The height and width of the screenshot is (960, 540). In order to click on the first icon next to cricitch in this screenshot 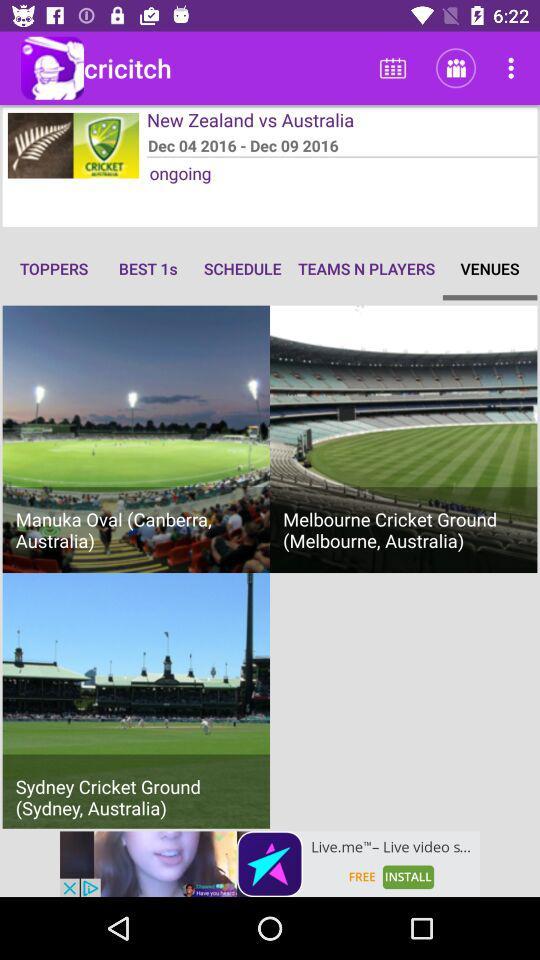, I will do `click(393, 68)`.